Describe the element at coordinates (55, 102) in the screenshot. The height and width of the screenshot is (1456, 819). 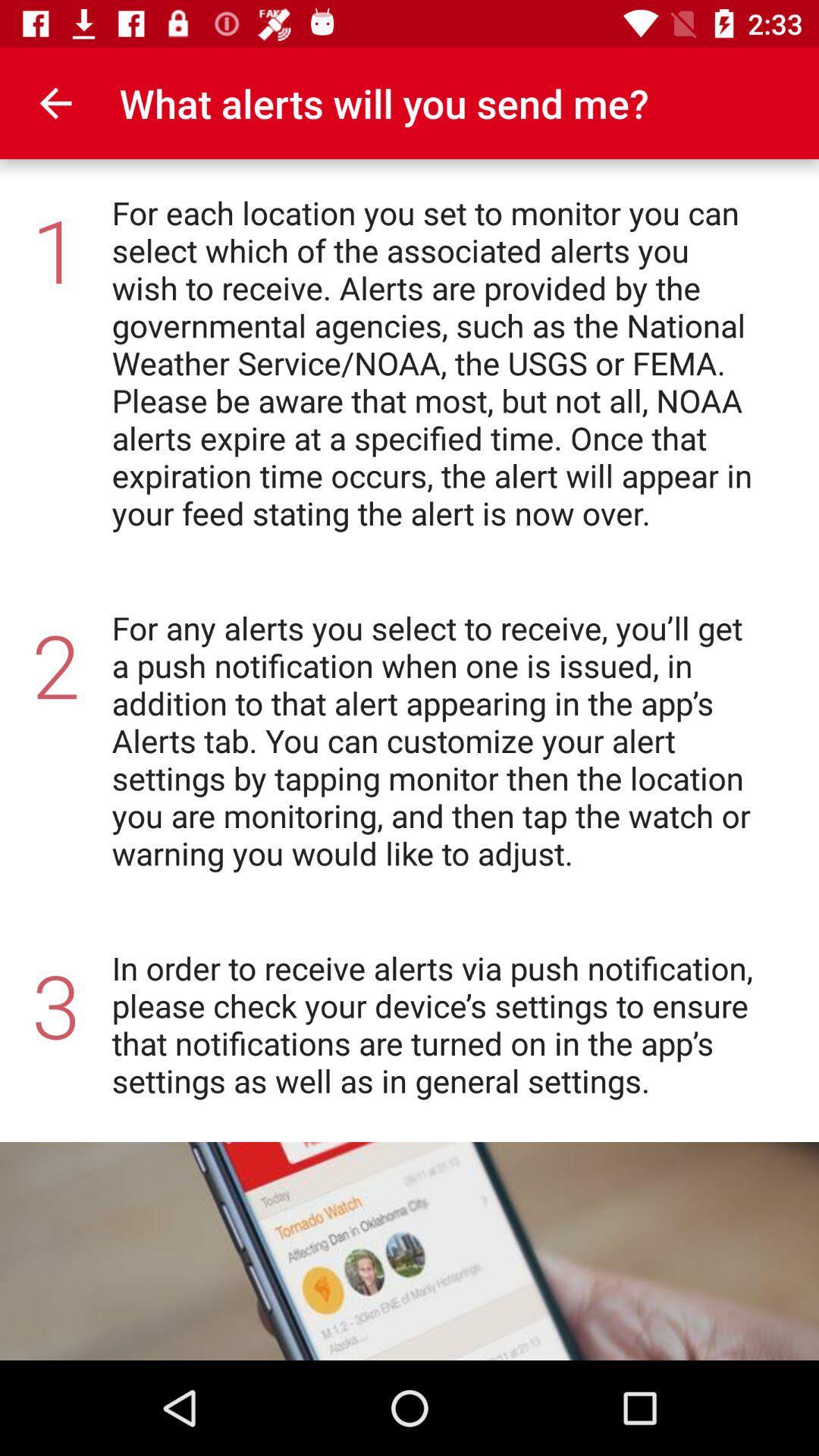
I see `icon to the left of what alerts will icon` at that location.